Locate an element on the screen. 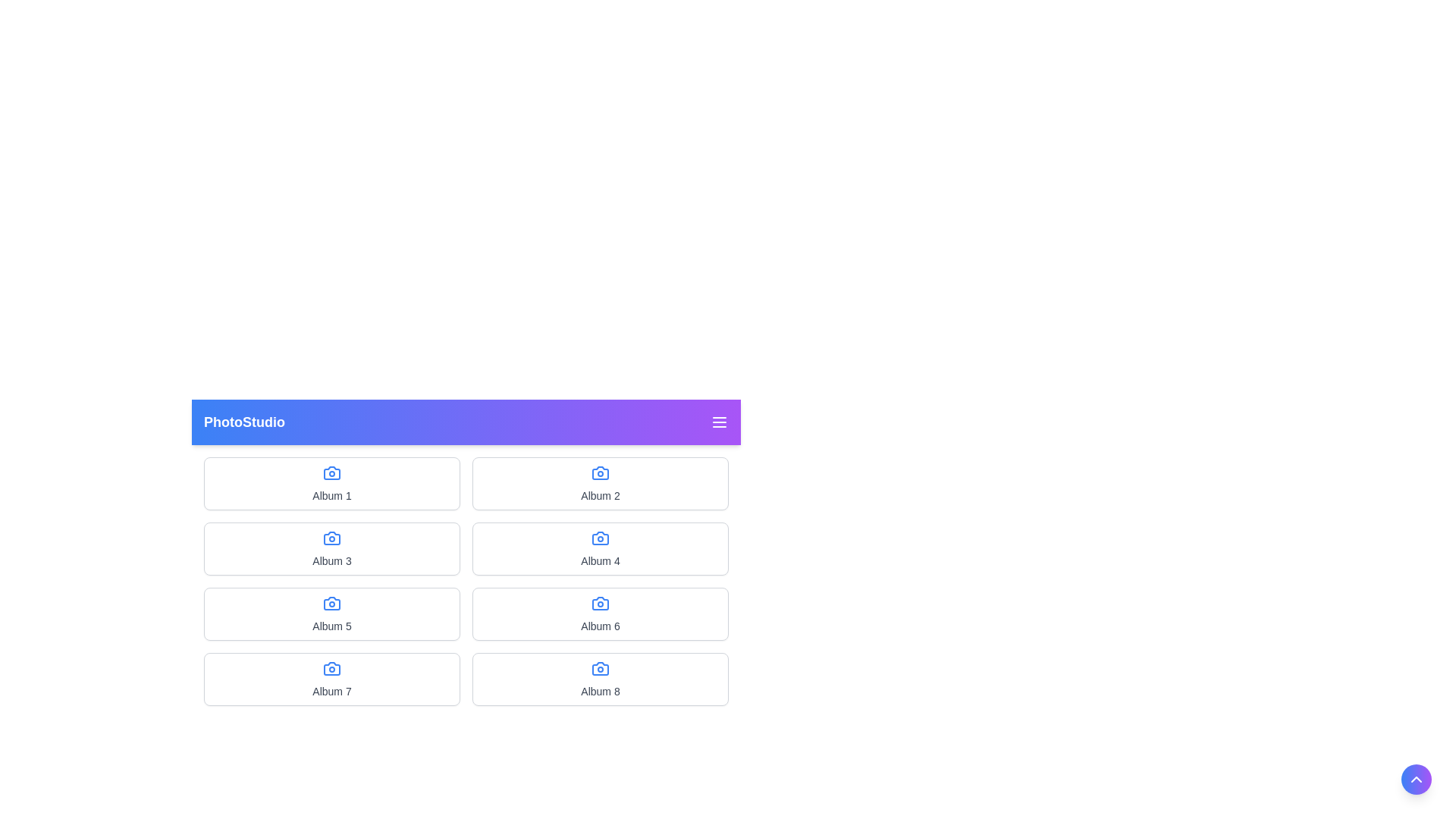  the blue camera icon, which is a rounded rectangular shape with a circle in the middle, located above the text 'Album 3' is located at coordinates (331, 537).